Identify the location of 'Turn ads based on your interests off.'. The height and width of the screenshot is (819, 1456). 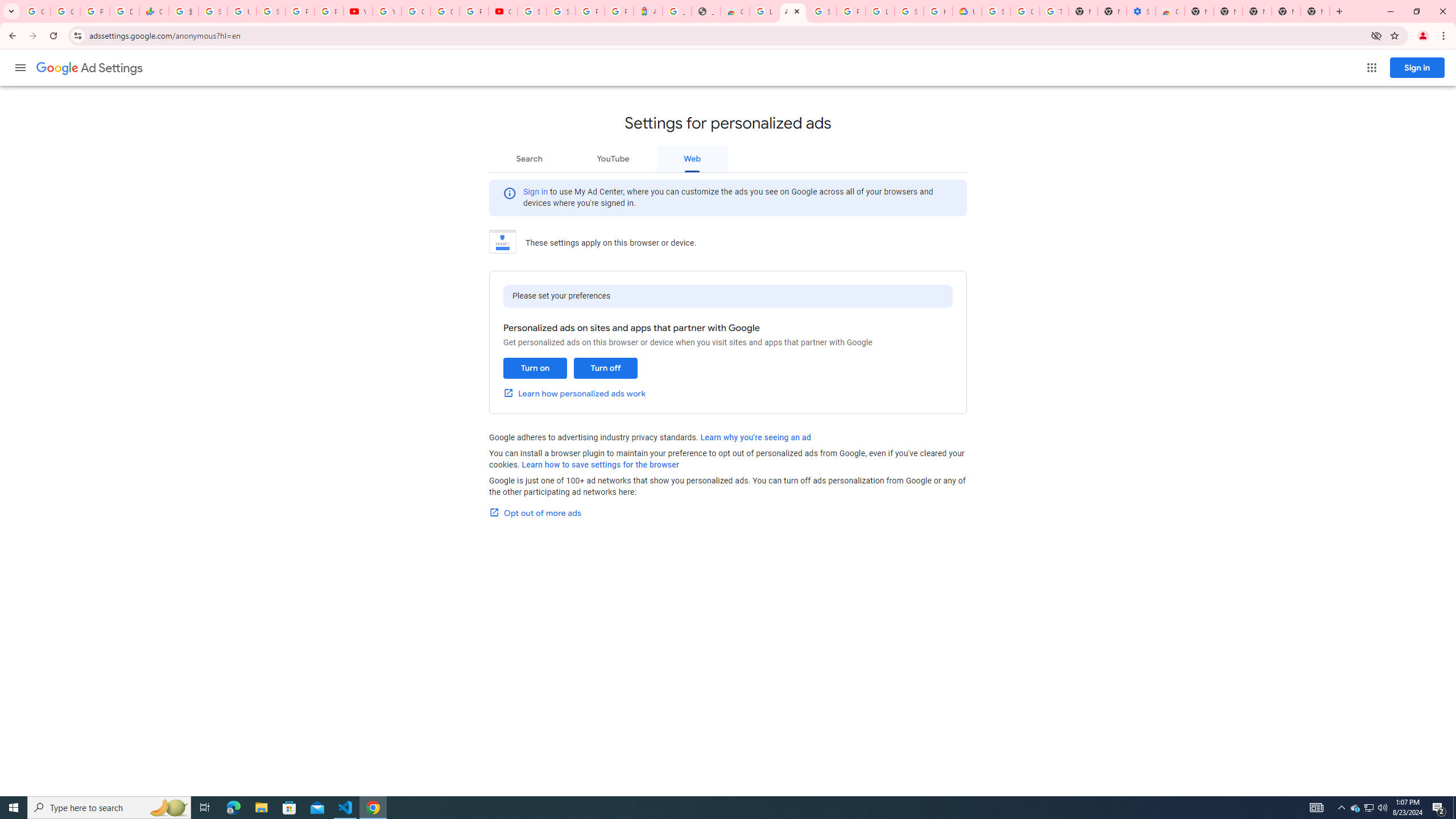
(605, 368).